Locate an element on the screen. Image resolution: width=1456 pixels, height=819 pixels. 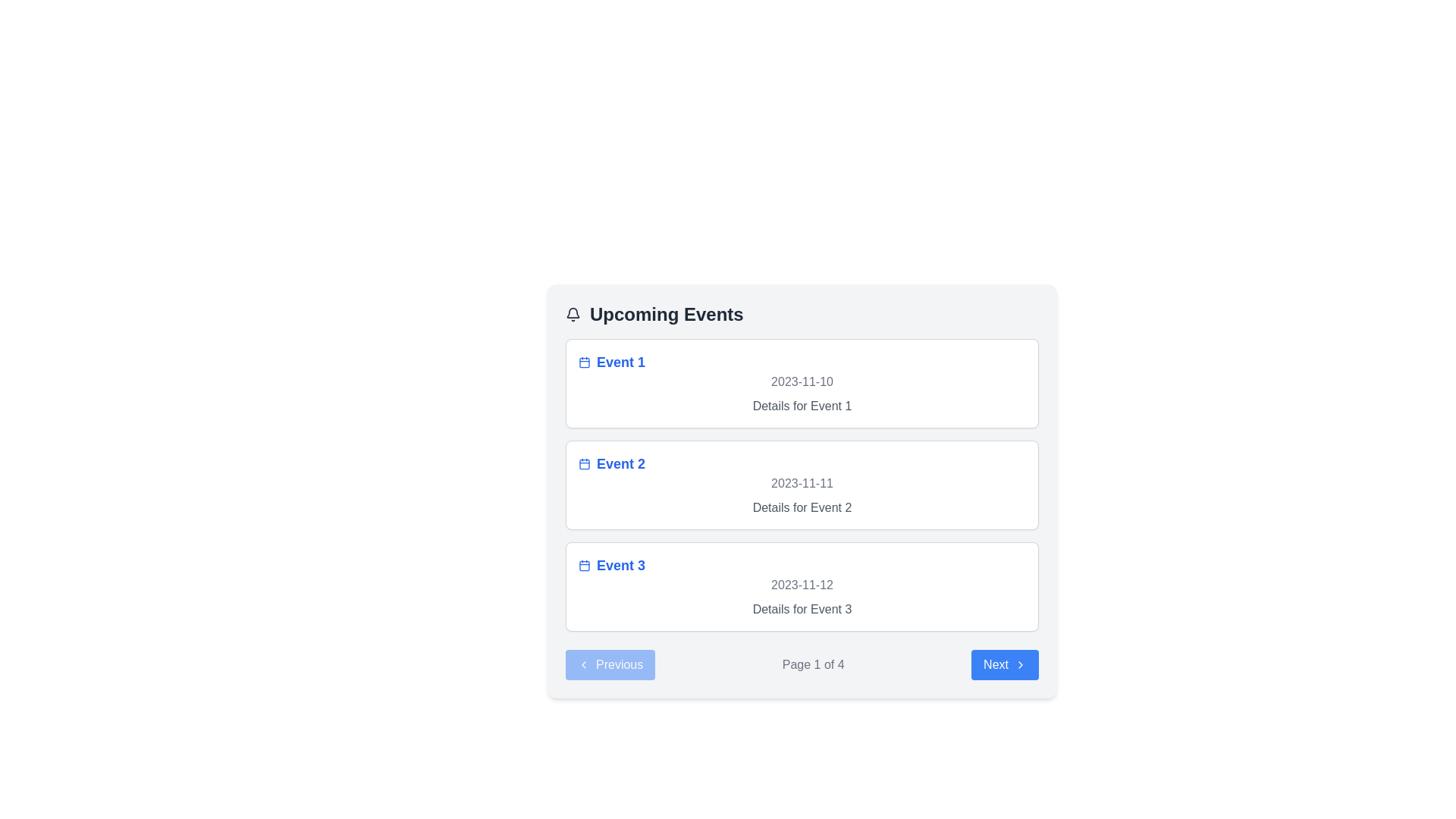
red rounded rectangle graphical icon component representing the calendar for 'Event 3', which is the third item in the events list is located at coordinates (584, 566).